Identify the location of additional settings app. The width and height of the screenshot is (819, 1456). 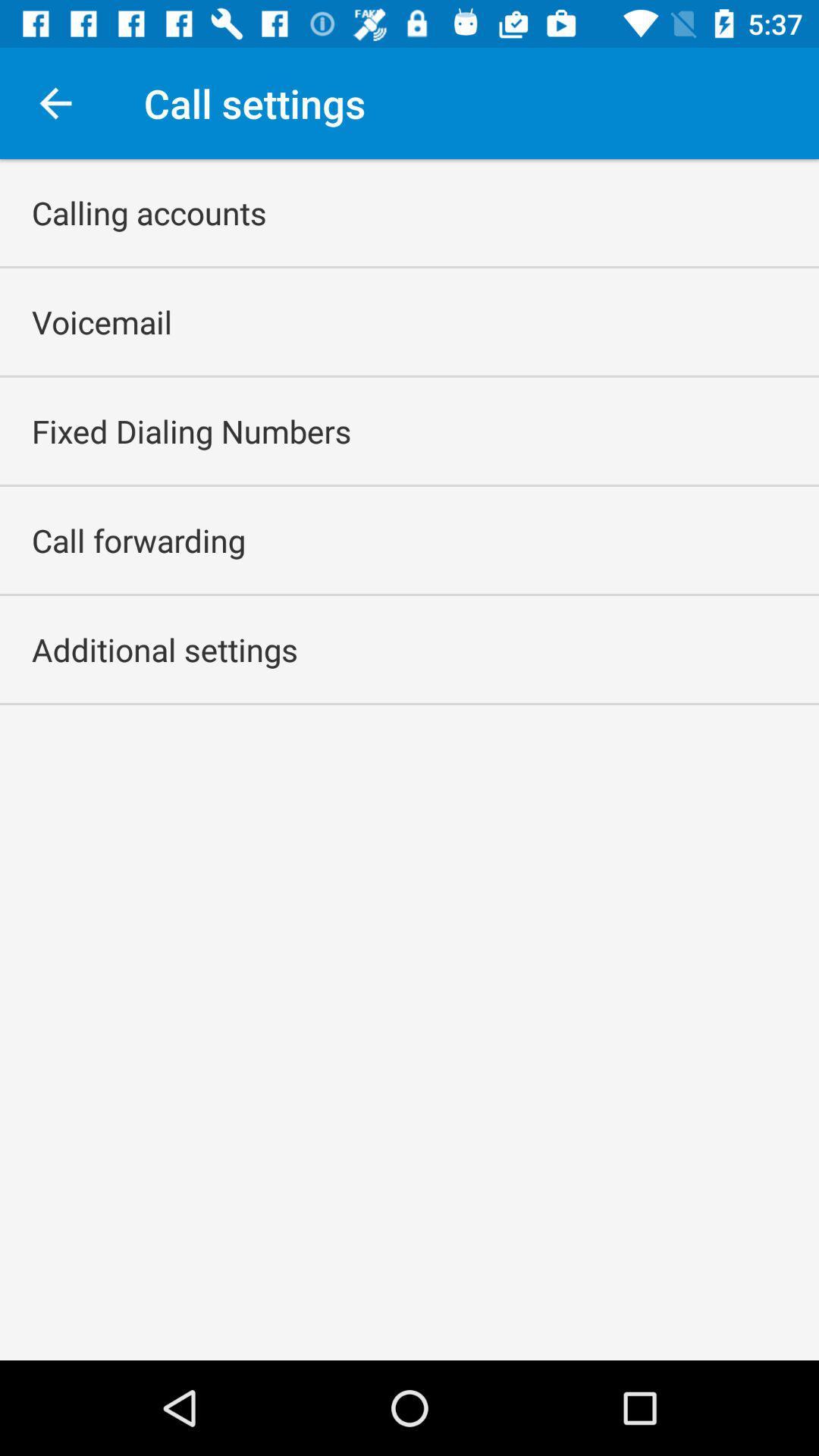
(165, 649).